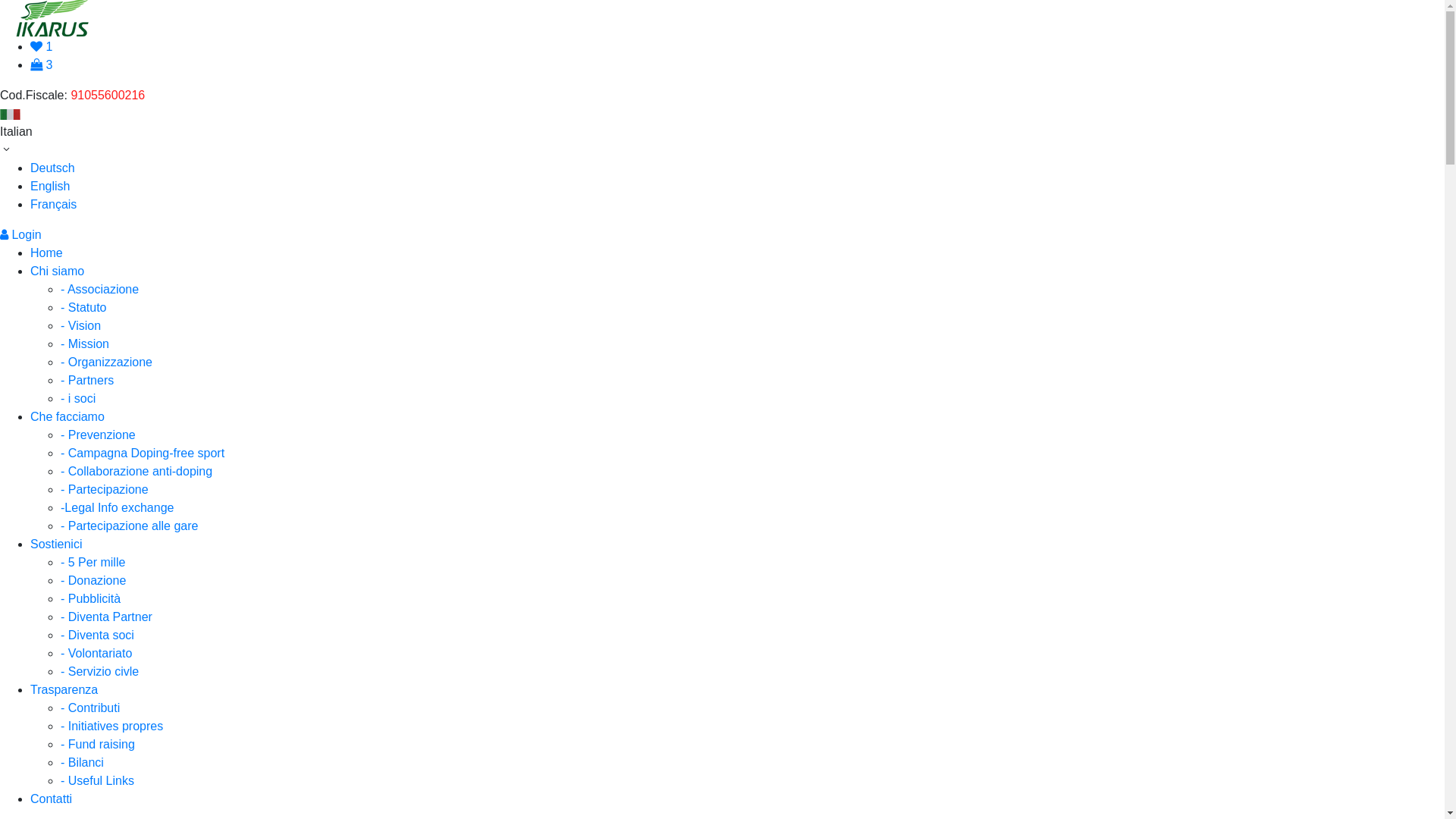 This screenshot has width=1456, height=819. Describe the element at coordinates (92, 562) in the screenshot. I see `'- 5 Per mille'` at that location.